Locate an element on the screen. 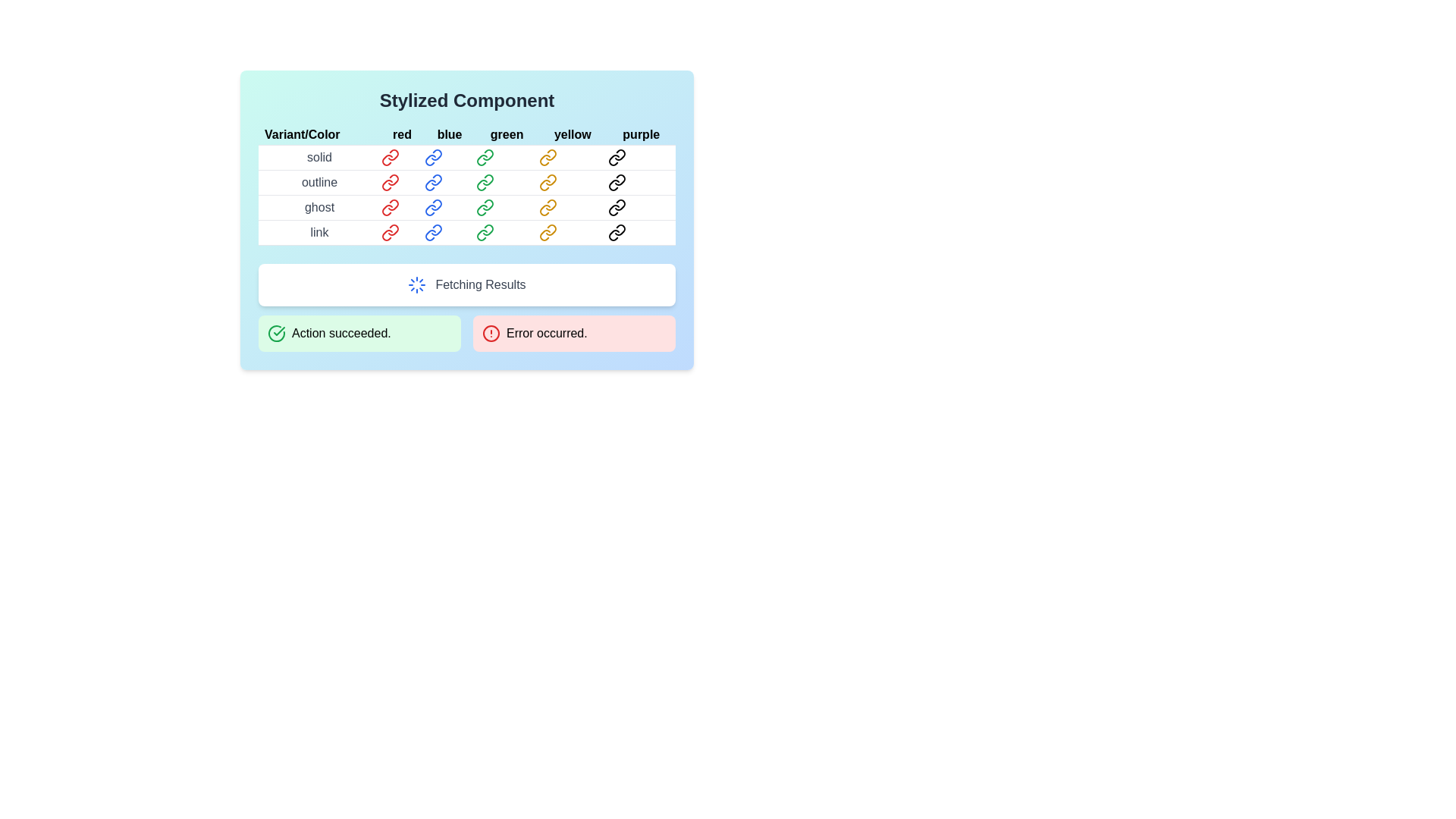  the text label displaying 'purple' in lowercase, styled with a black font on a light blue background, which is the last item in a list of color names is located at coordinates (641, 134).